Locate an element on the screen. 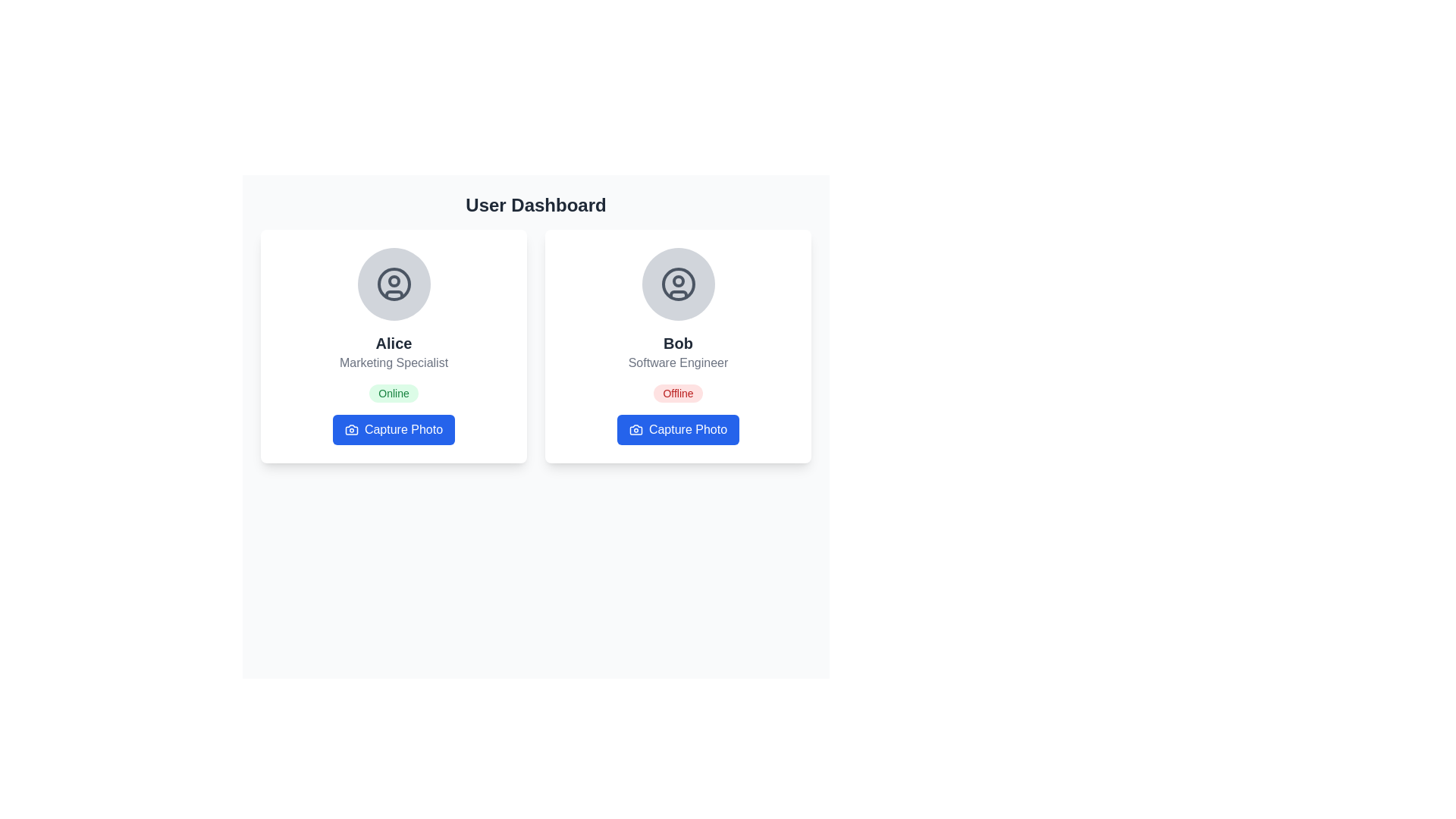 The width and height of the screenshot is (1456, 819). the Profile Placeholder image at the top of Alice's card is located at coordinates (394, 284).